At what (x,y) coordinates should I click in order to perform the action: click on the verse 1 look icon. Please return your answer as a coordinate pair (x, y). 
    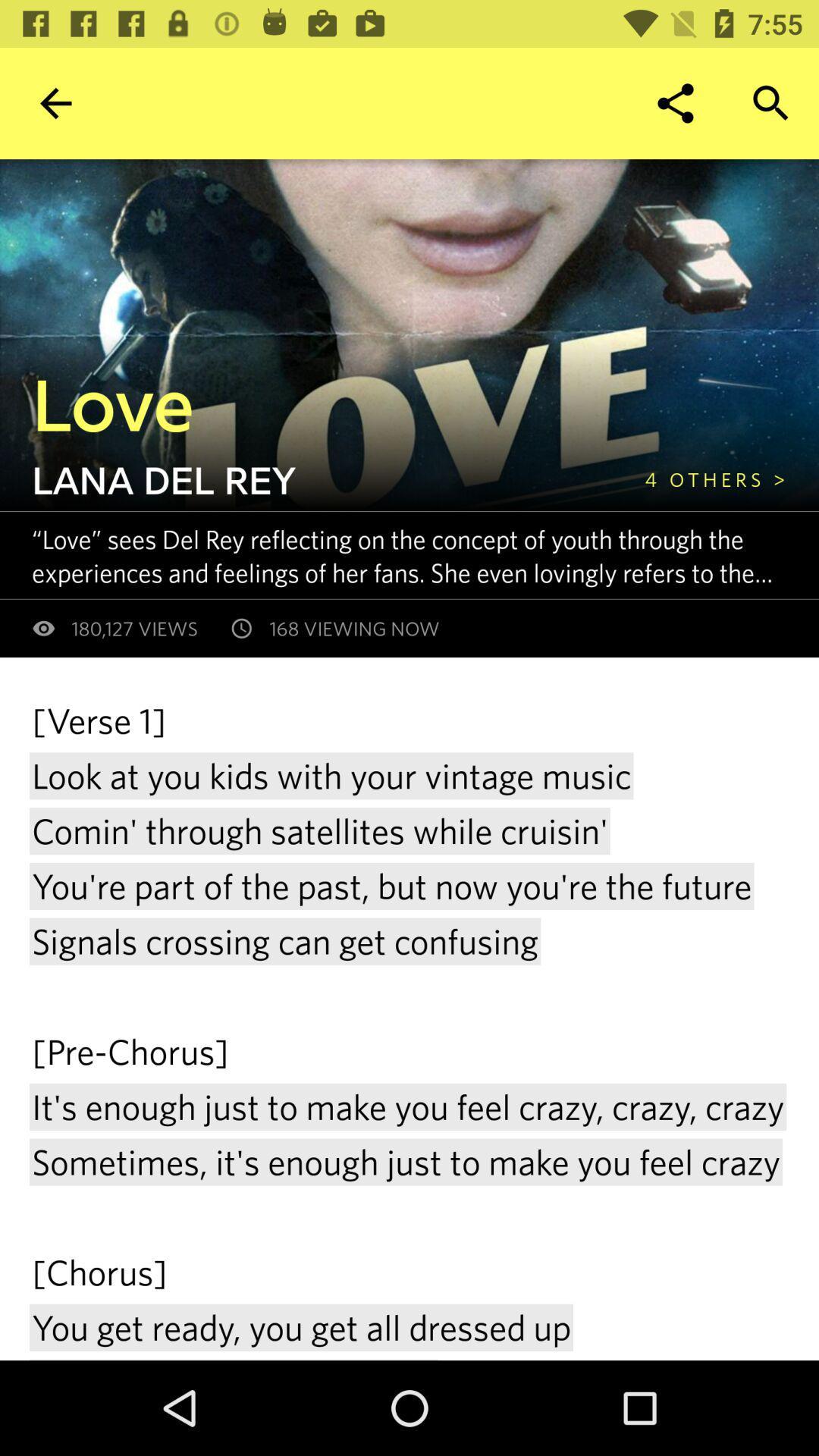
    Looking at the image, I should click on (409, 1028).